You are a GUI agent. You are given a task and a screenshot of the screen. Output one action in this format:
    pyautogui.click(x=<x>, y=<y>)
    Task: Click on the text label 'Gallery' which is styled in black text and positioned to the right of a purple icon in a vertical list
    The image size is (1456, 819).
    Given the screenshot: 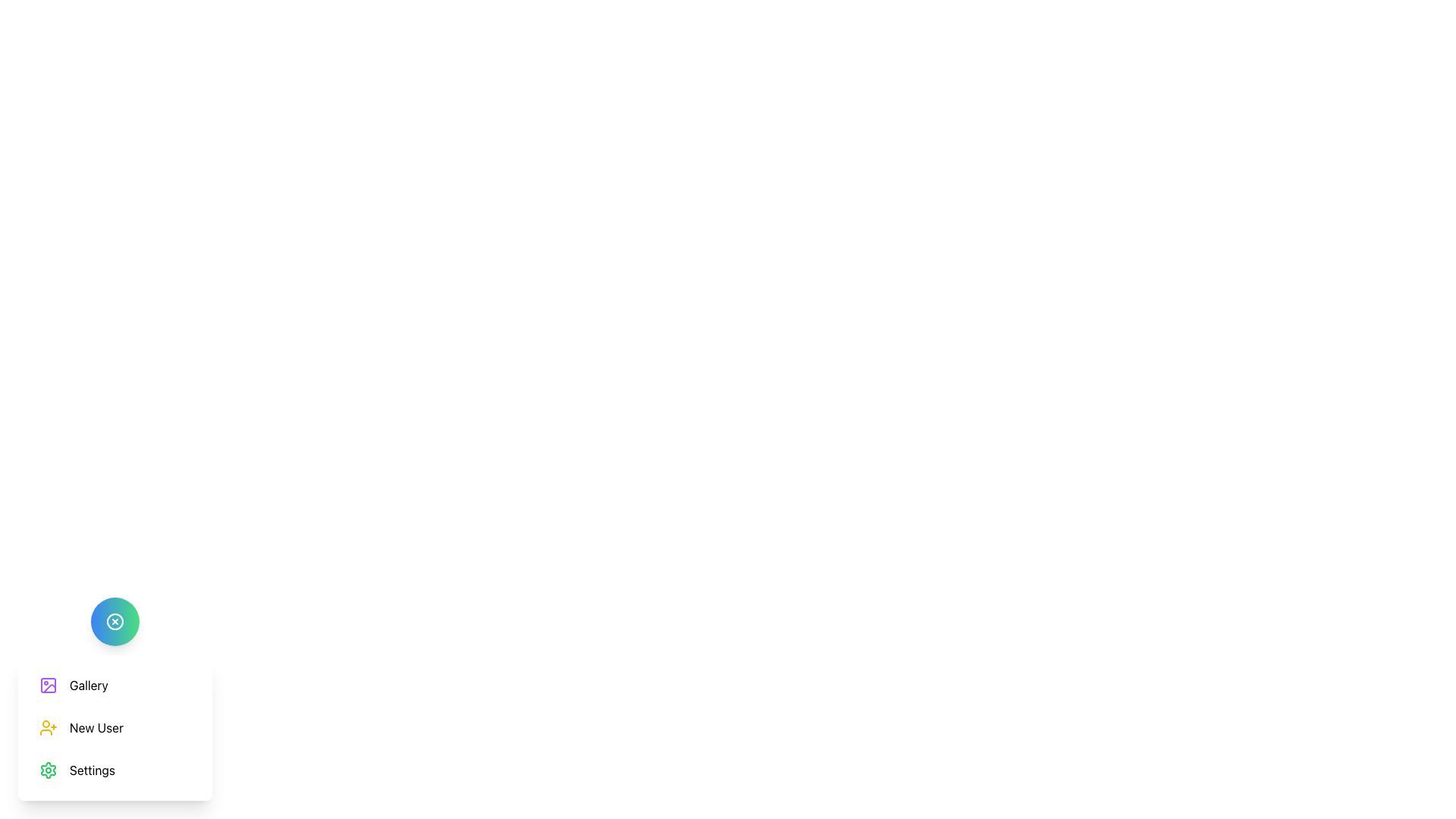 What is the action you would take?
    pyautogui.click(x=88, y=685)
    